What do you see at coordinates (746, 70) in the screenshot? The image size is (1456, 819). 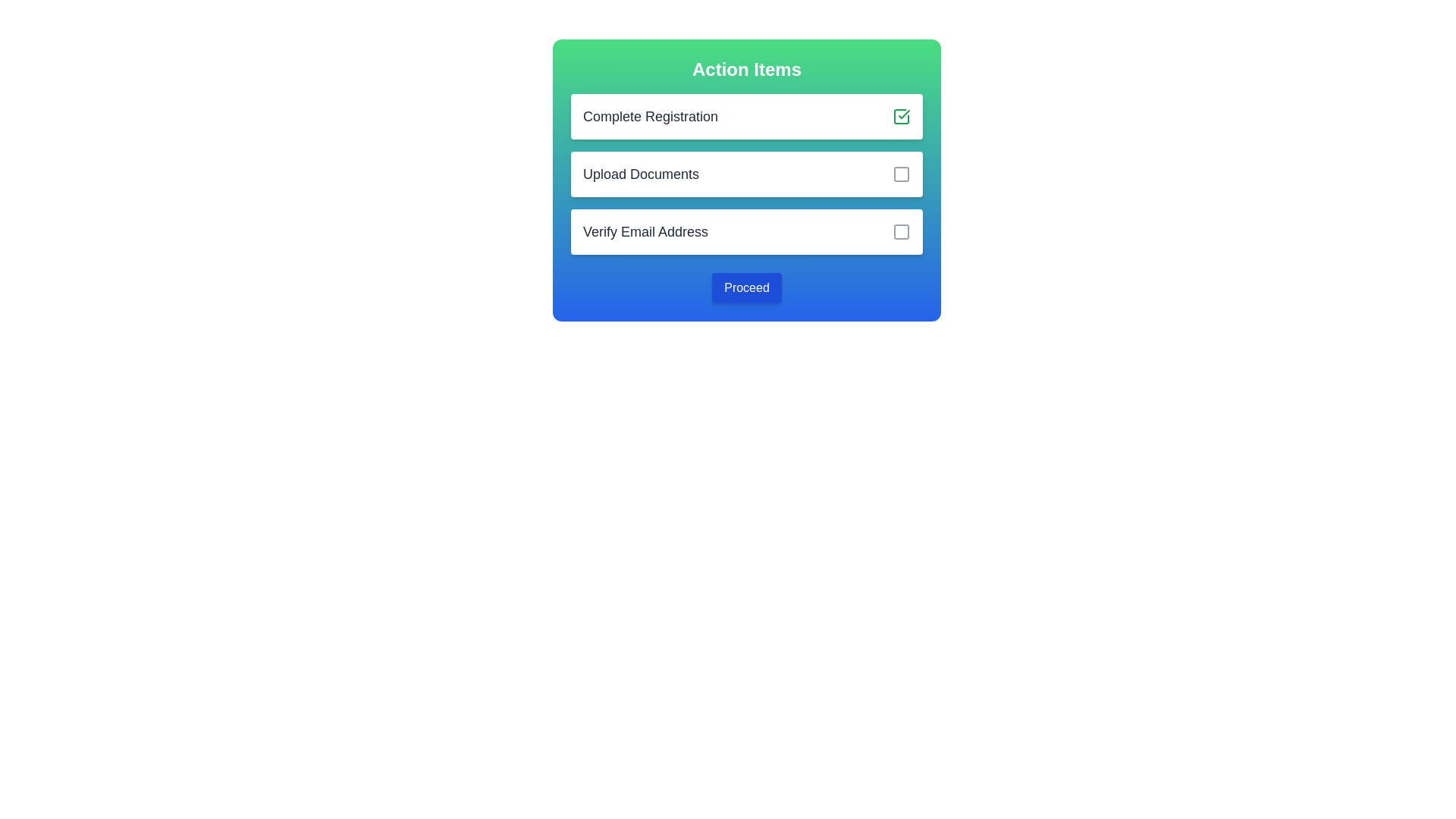 I see `the text header labeled 'Action Items' displayed in bold white font at the top of a card-like component with a gradient green to blue background` at bounding box center [746, 70].